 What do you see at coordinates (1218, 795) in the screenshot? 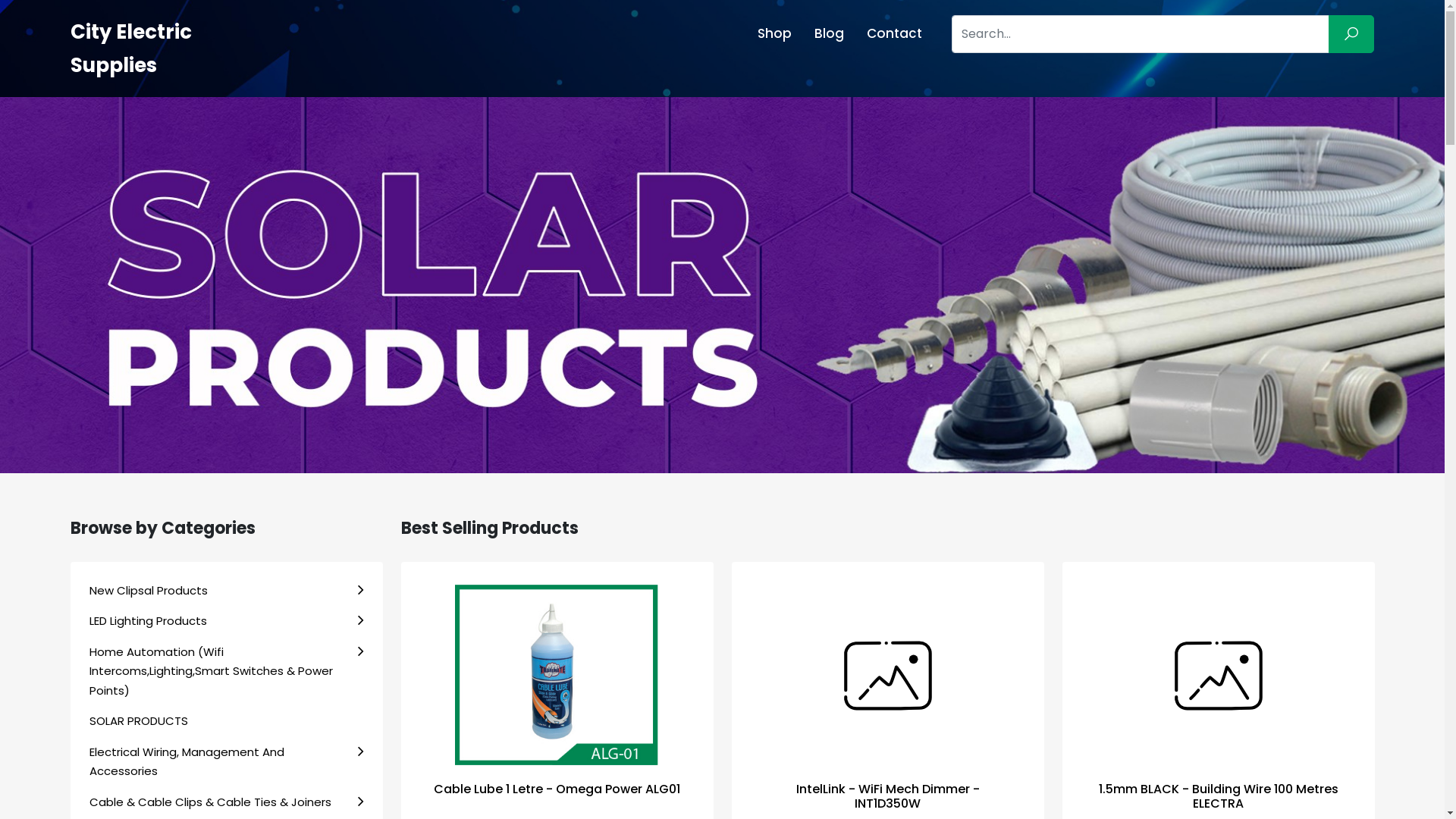
I see `'1.5mm BLACK - Building Wire 100 Metres ELECTRA'` at bounding box center [1218, 795].